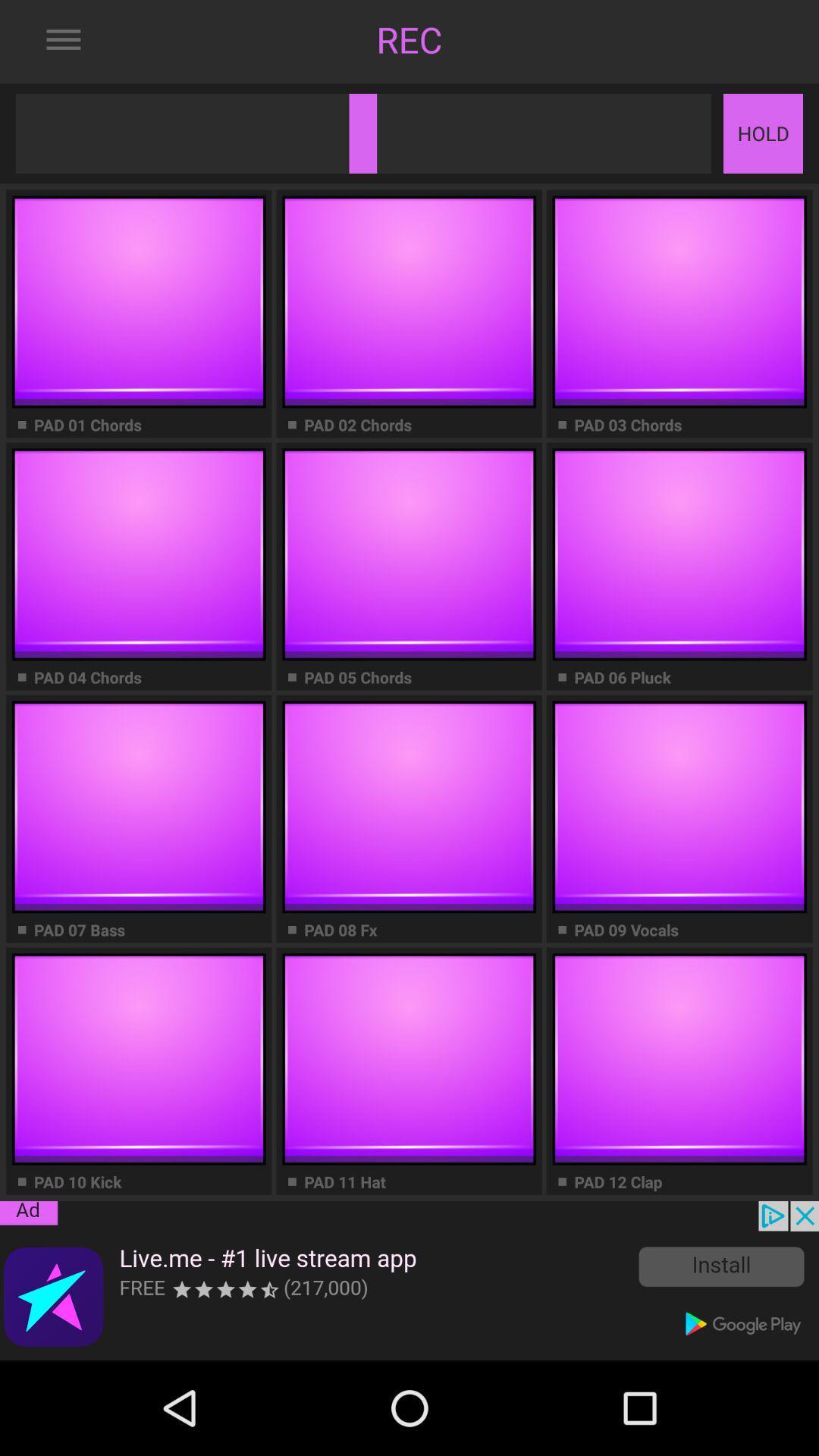 This screenshot has height=1456, width=819. Describe the element at coordinates (63, 42) in the screenshot. I see `the menu icon` at that location.